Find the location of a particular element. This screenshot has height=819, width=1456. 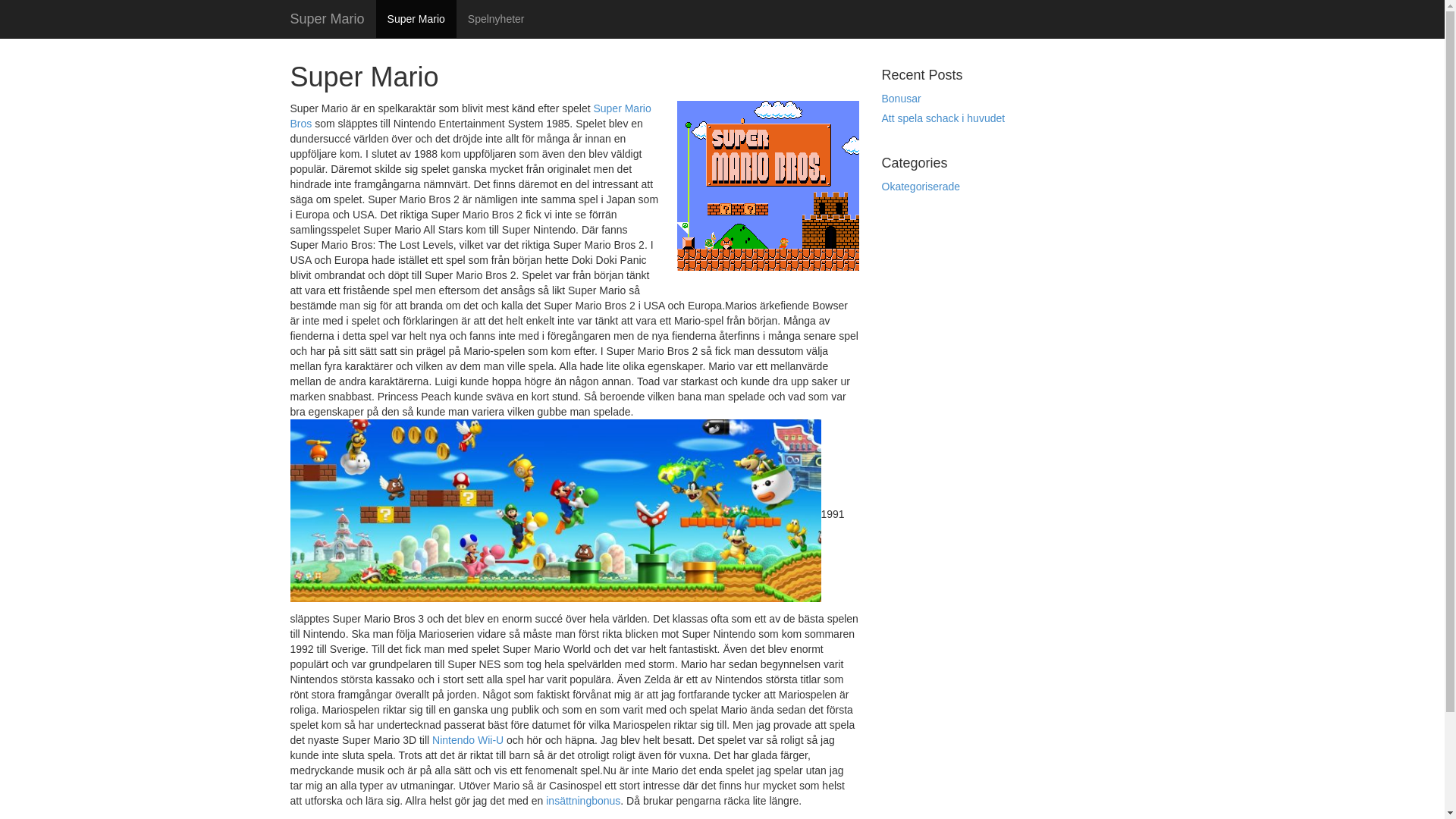

'Nintendo Wii-U' is located at coordinates (467, 739).